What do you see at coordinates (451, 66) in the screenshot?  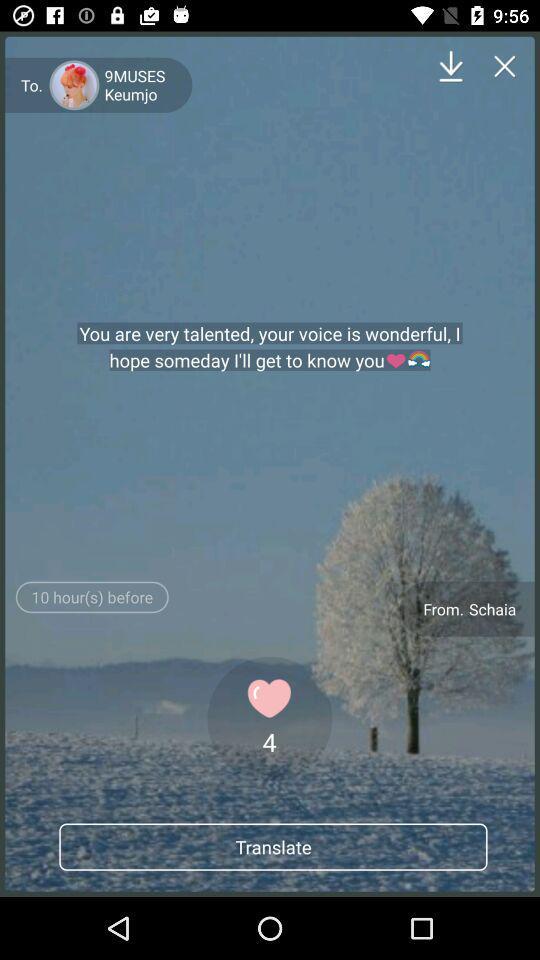 I see `item next to the 9muses` at bounding box center [451, 66].